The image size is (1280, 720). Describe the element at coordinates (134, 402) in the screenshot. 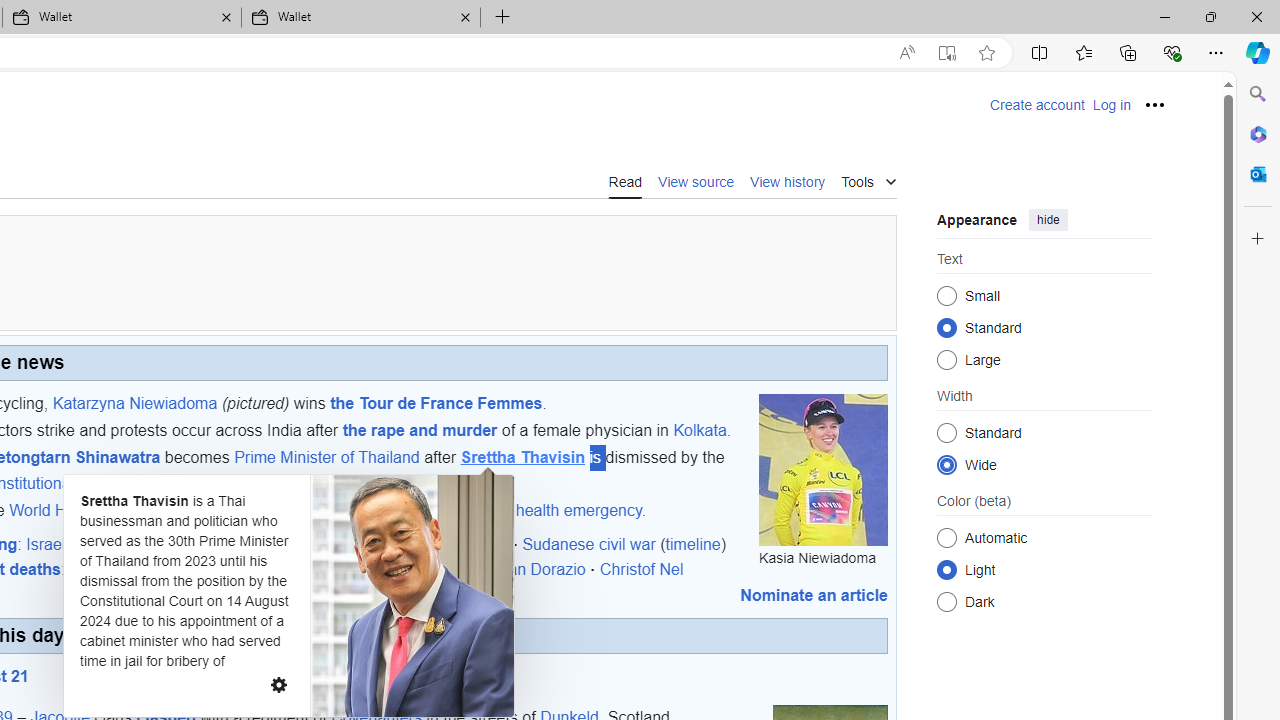

I see `'Katarzyna Niewiadoma'` at that location.